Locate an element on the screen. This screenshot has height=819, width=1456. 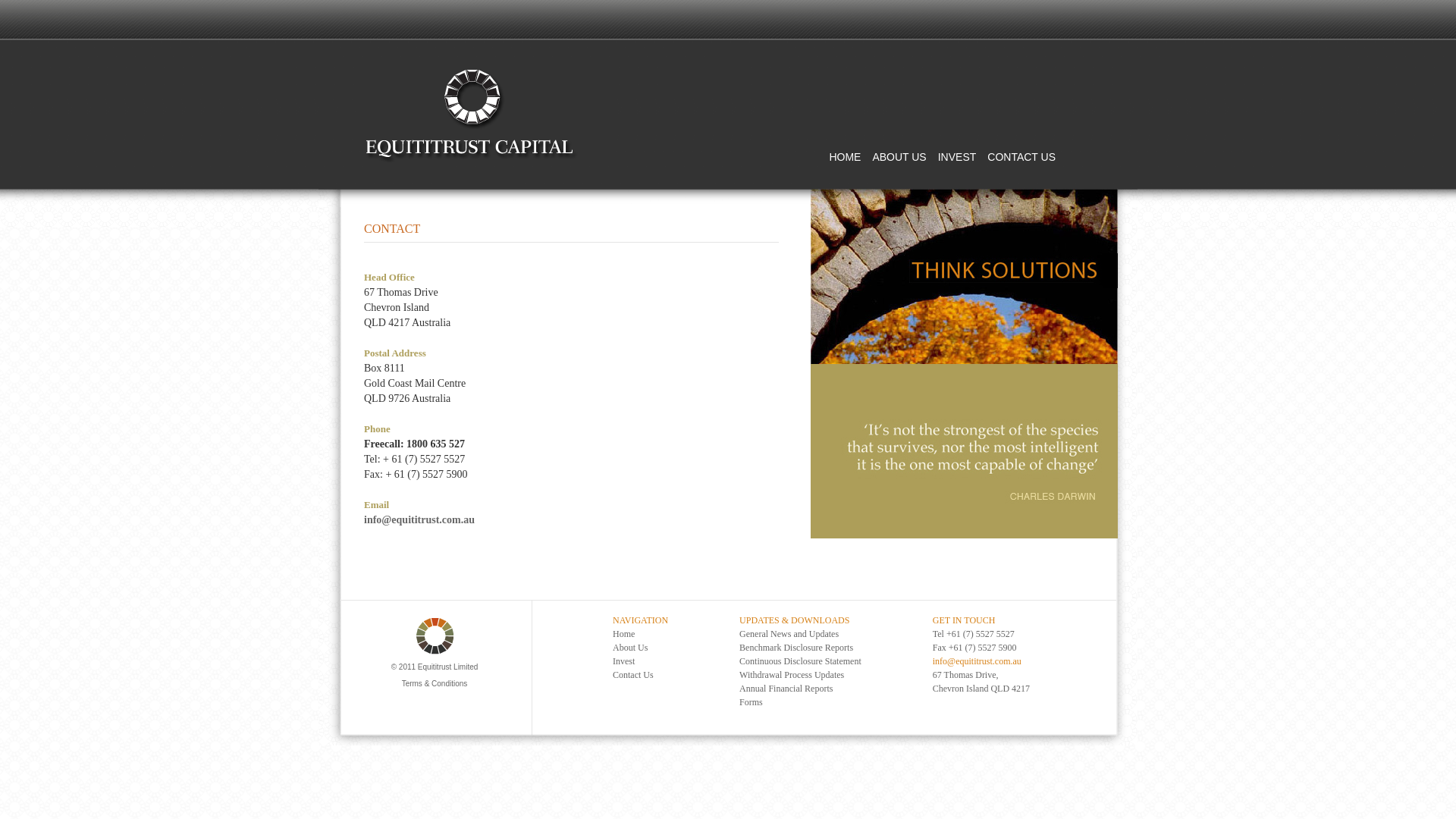
'Withdrawal Process Updates' is located at coordinates (790, 674).